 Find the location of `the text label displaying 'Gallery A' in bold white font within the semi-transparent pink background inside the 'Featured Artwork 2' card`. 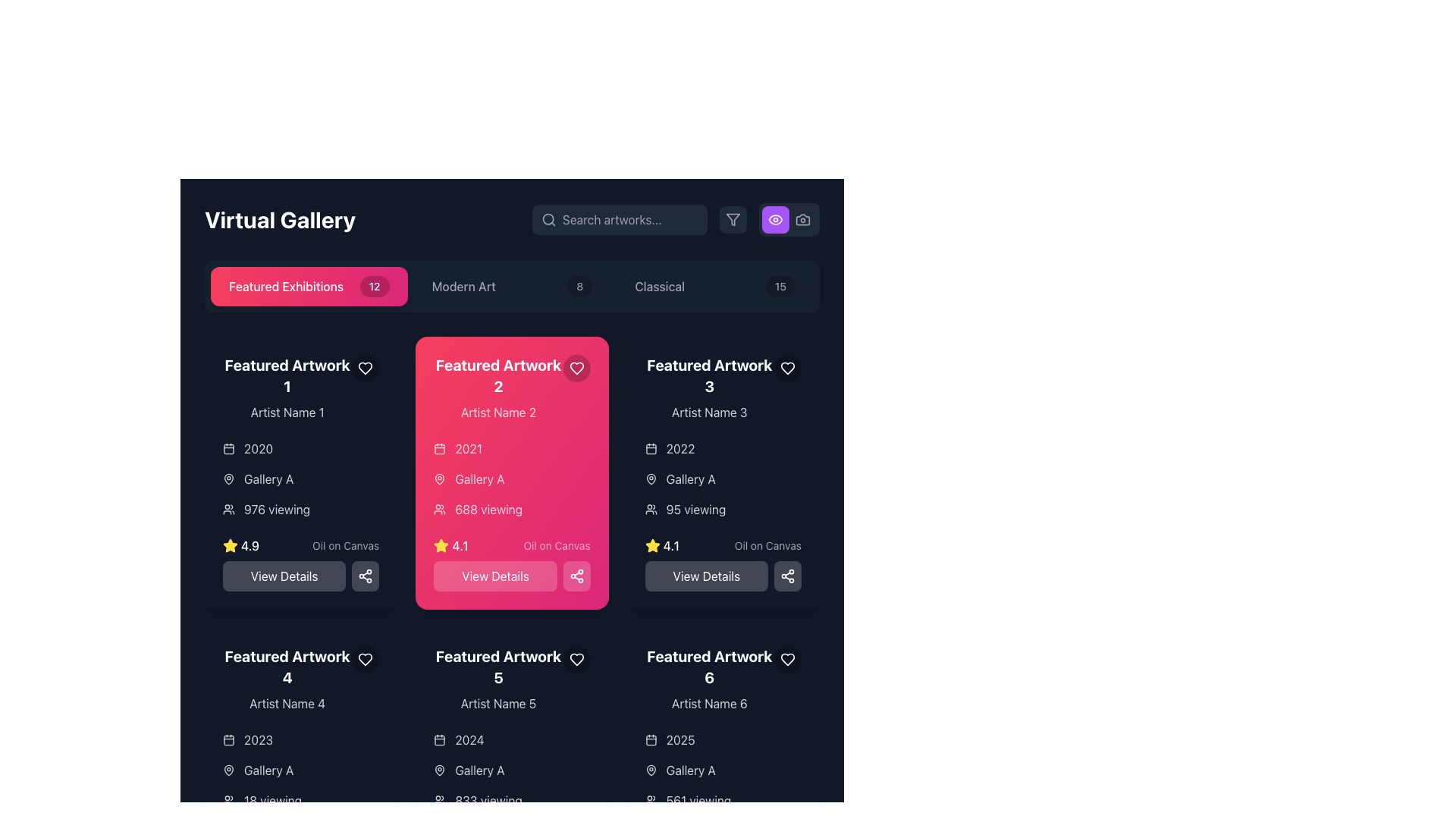

the text label displaying 'Gallery A' in bold white font within the semi-transparent pink background inside the 'Featured Artwork 2' card is located at coordinates (479, 479).